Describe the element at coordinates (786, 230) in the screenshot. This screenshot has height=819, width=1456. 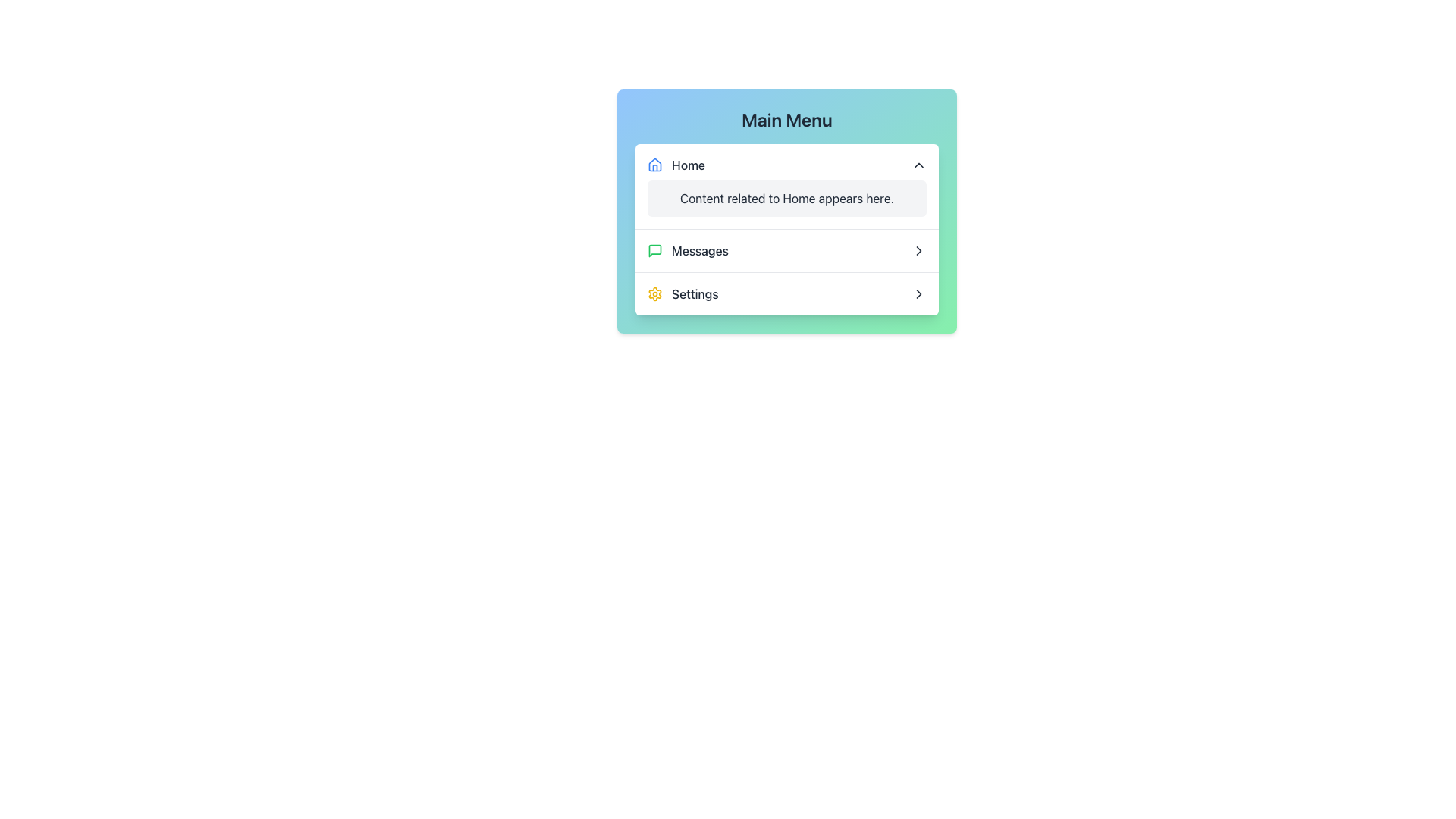
I see `the Collapsible Panel for the 'Home' category` at that location.